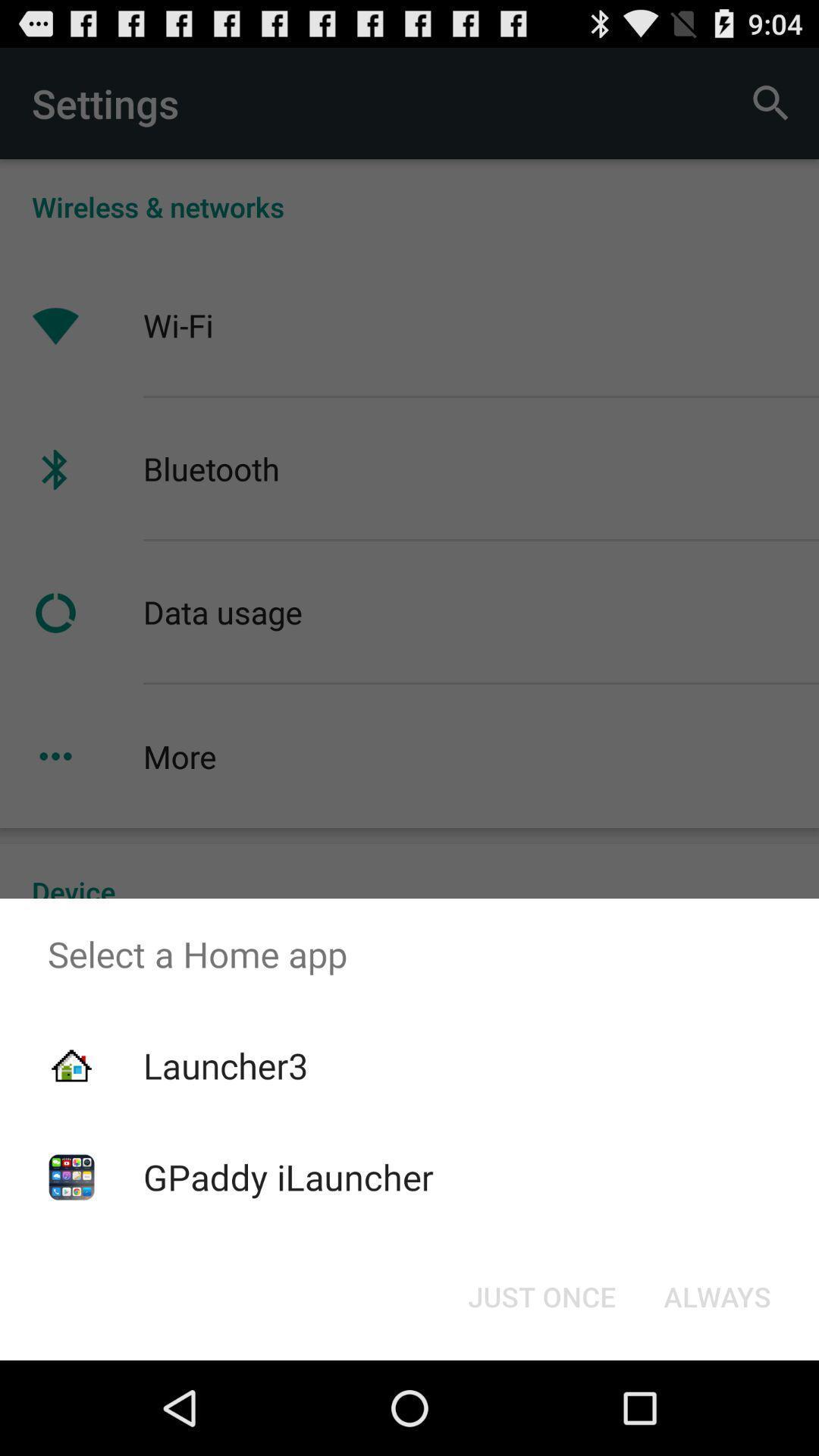 The width and height of the screenshot is (819, 1456). I want to click on app below select a home, so click(541, 1295).